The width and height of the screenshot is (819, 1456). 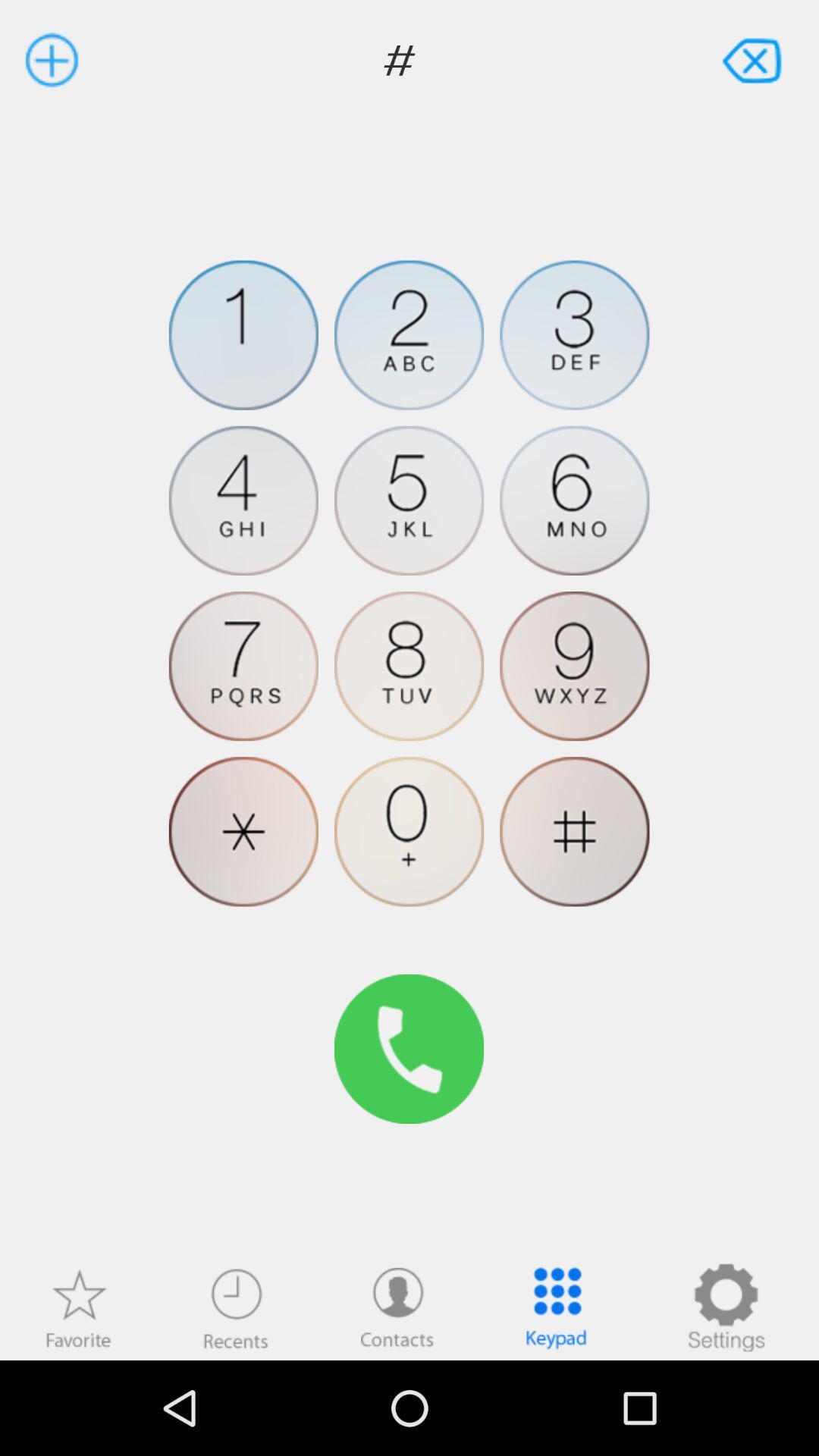 What do you see at coordinates (408, 712) in the screenshot?
I see `the avatar icon` at bounding box center [408, 712].